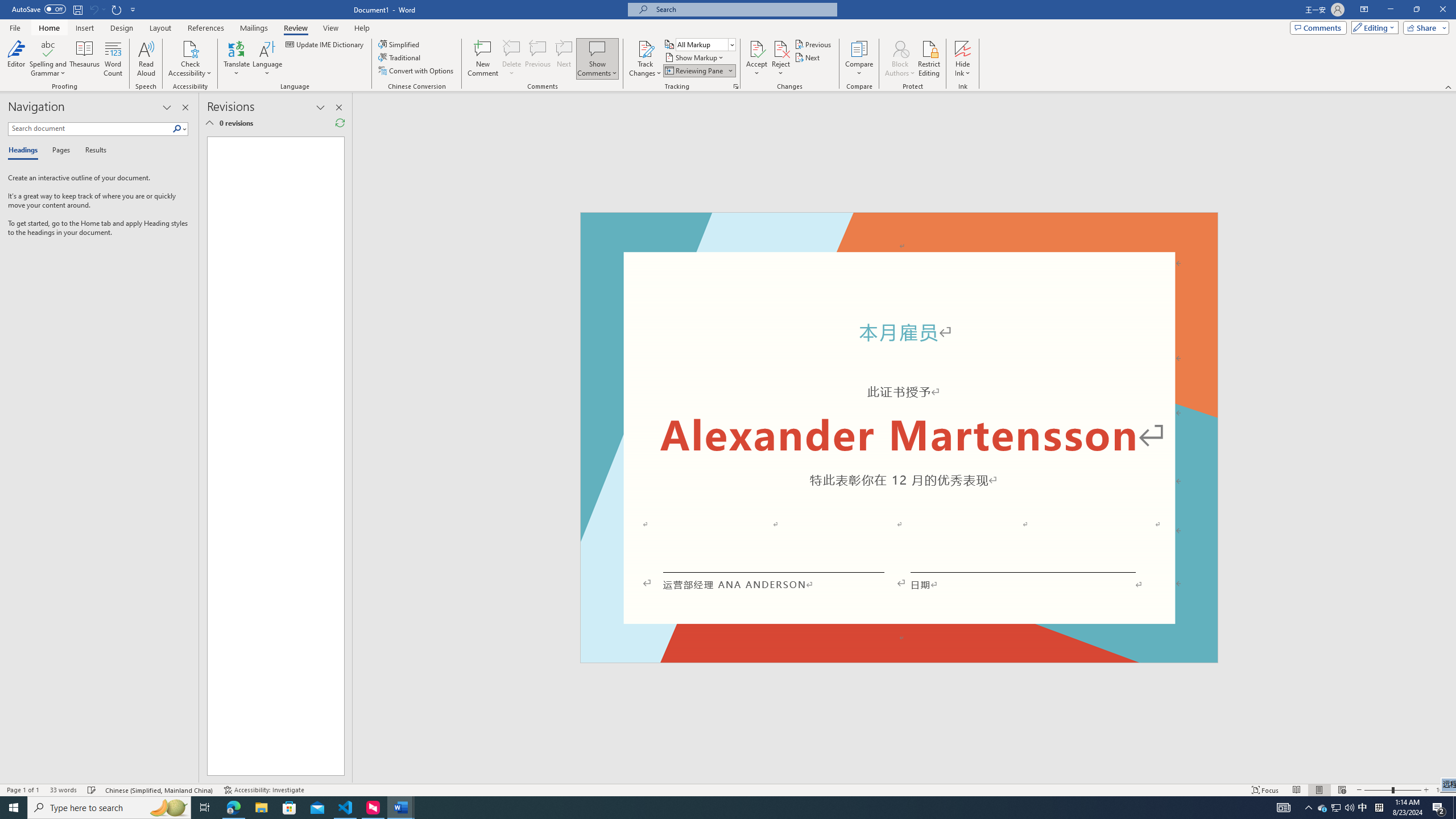 The image size is (1456, 819). Describe the element at coordinates (146, 59) in the screenshot. I see `'Read Aloud'` at that location.